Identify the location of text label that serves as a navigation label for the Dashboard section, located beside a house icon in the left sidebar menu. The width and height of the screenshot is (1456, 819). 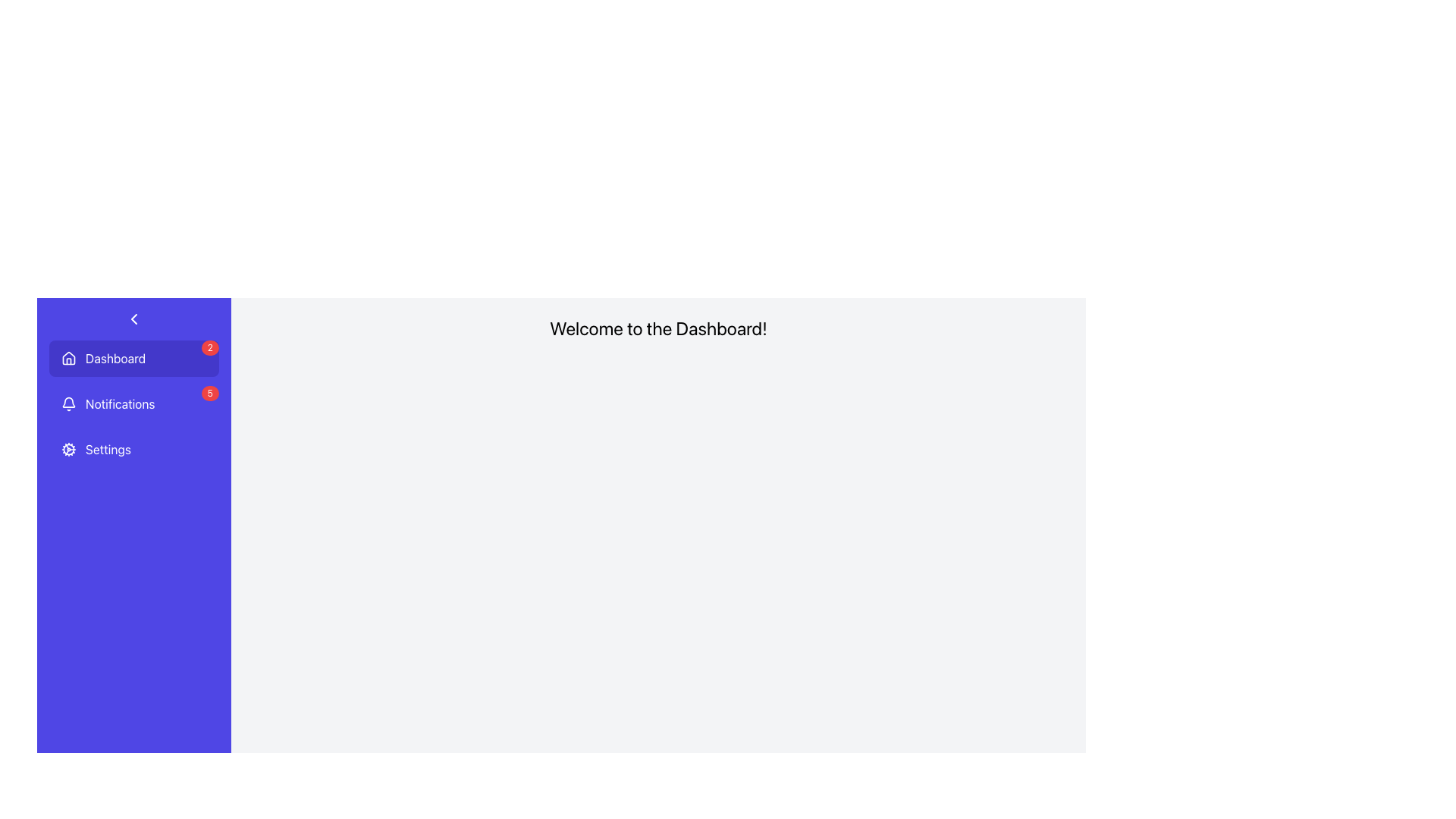
(115, 359).